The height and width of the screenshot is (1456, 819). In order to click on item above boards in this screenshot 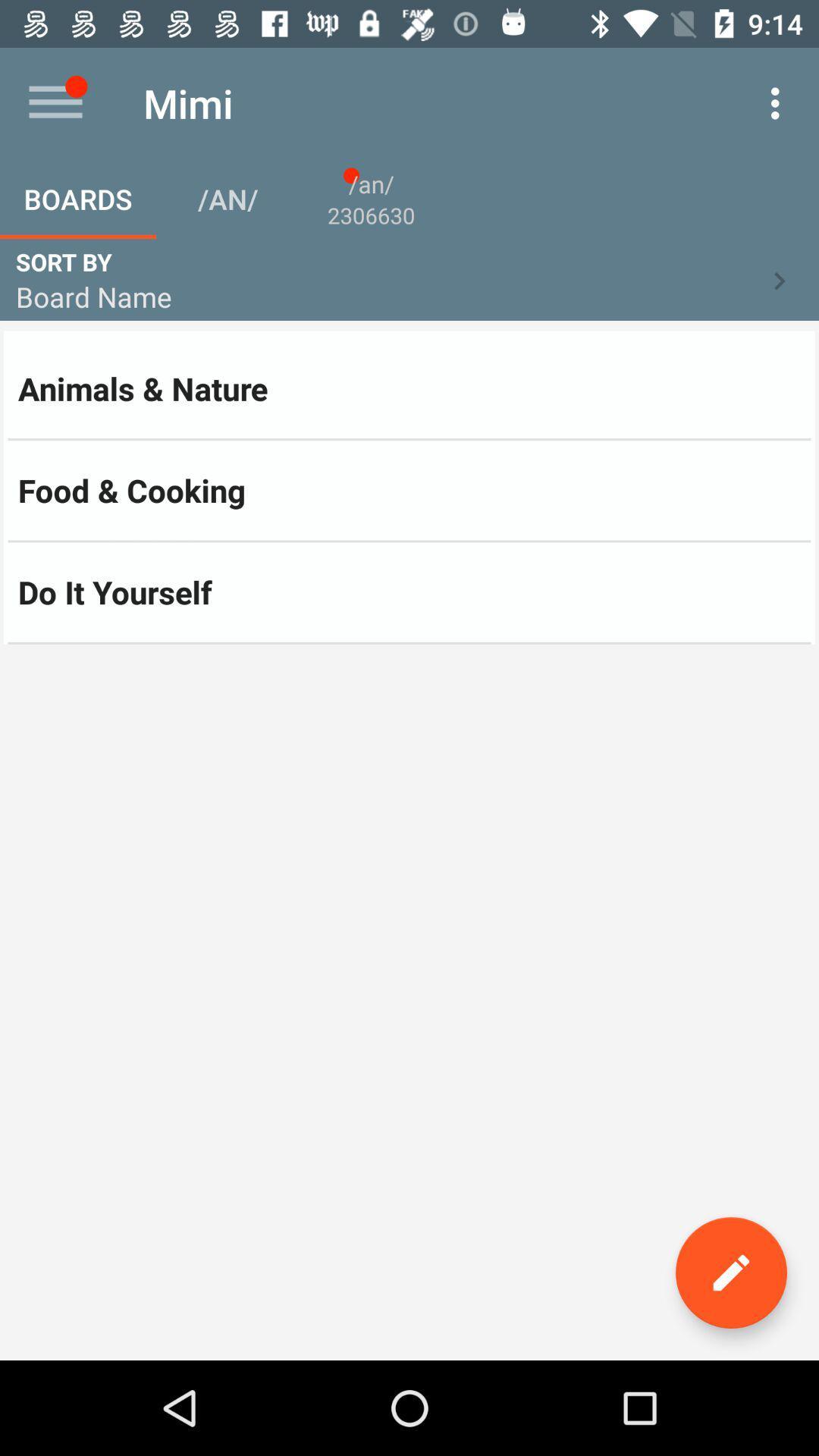, I will do `click(55, 102)`.